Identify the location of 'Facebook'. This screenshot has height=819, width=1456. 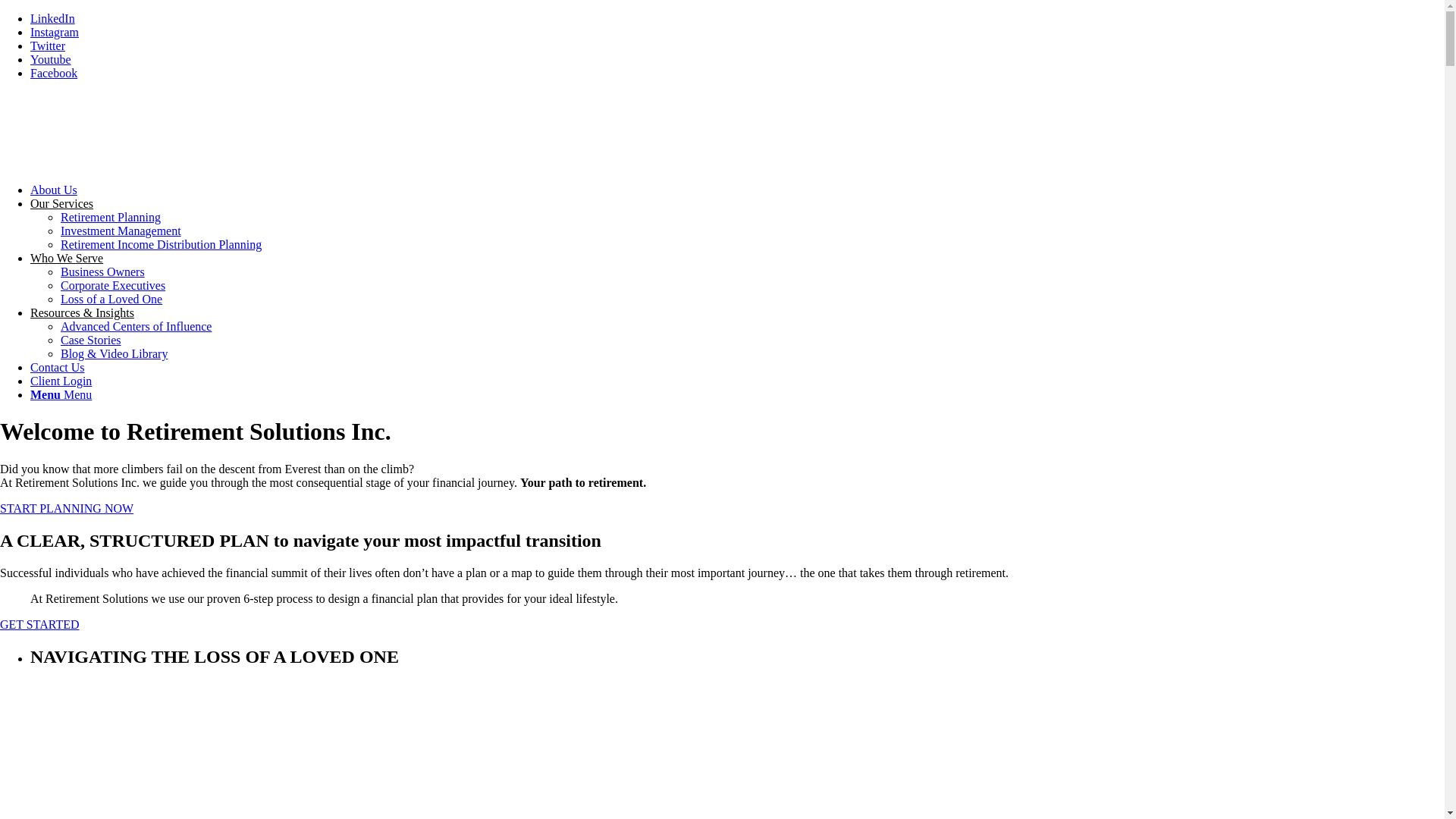
(54, 73).